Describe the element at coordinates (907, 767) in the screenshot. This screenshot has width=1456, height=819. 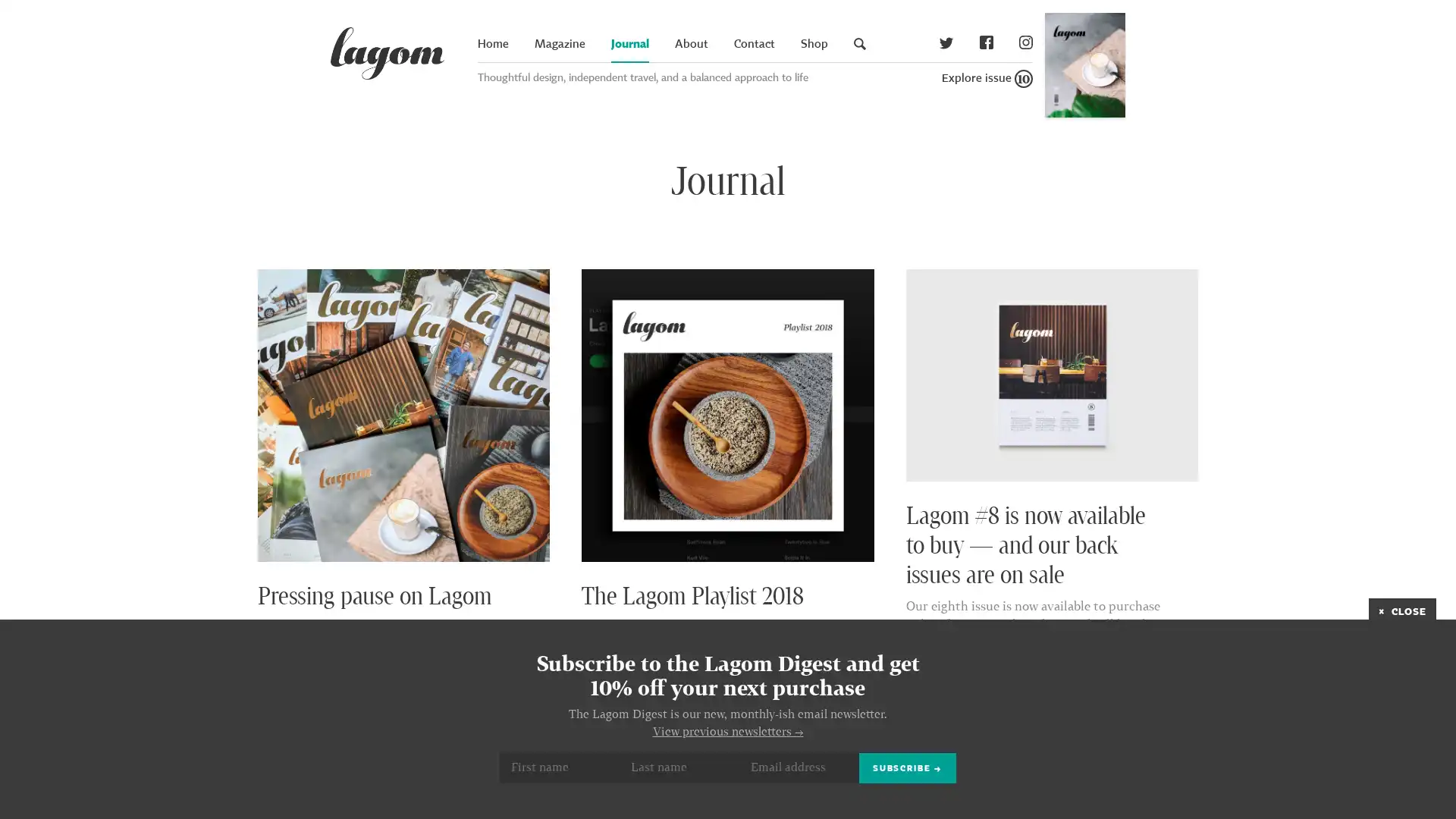
I see `Subscribe` at that location.